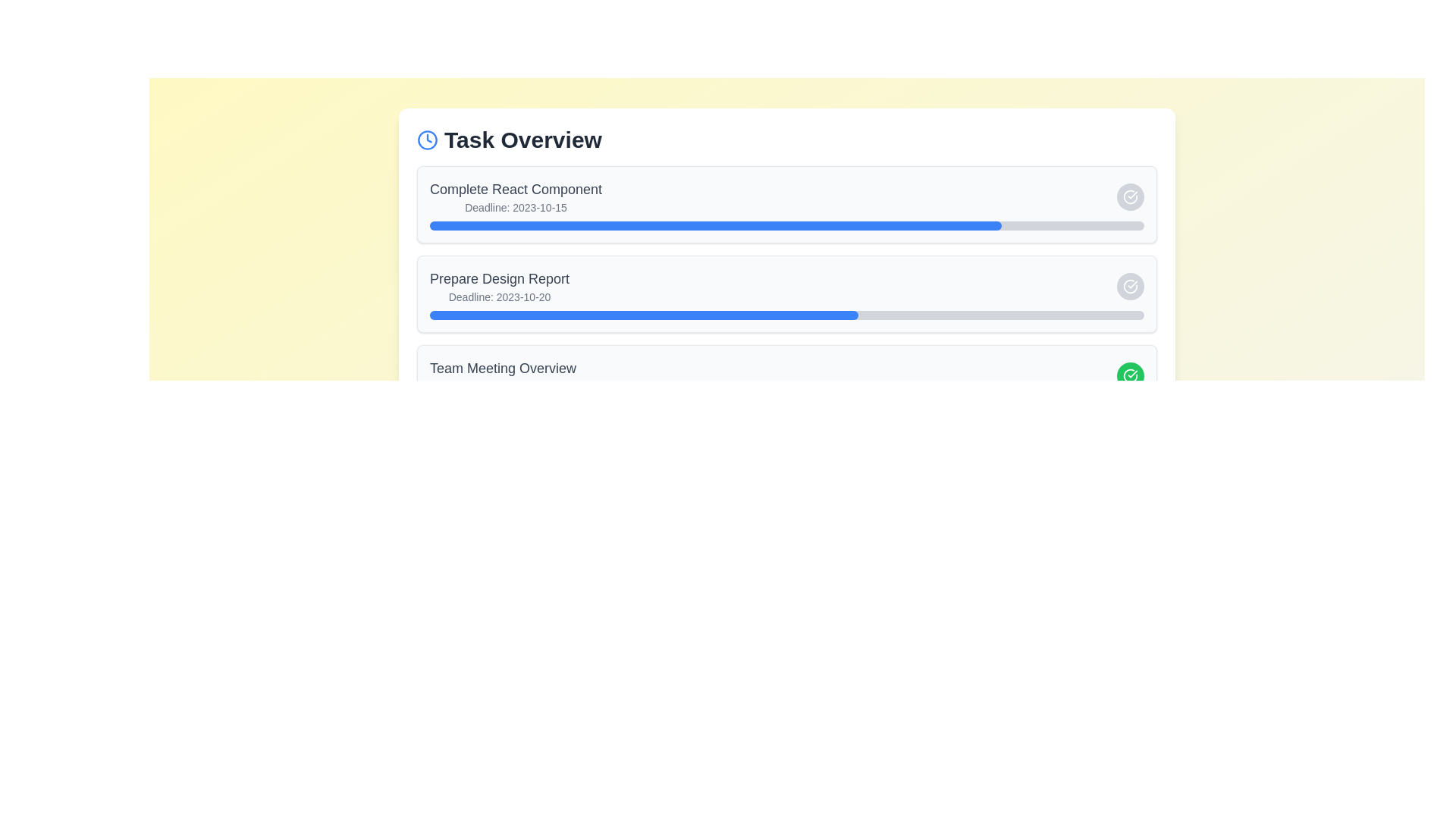  What do you see at coordinates (644, 315) in the screenshot?
I see `the blue progress indicator located within the second progress bar for the 'Prepare Design Report' task, which is a non-interactive visual element` at bounding box center [644, 315].